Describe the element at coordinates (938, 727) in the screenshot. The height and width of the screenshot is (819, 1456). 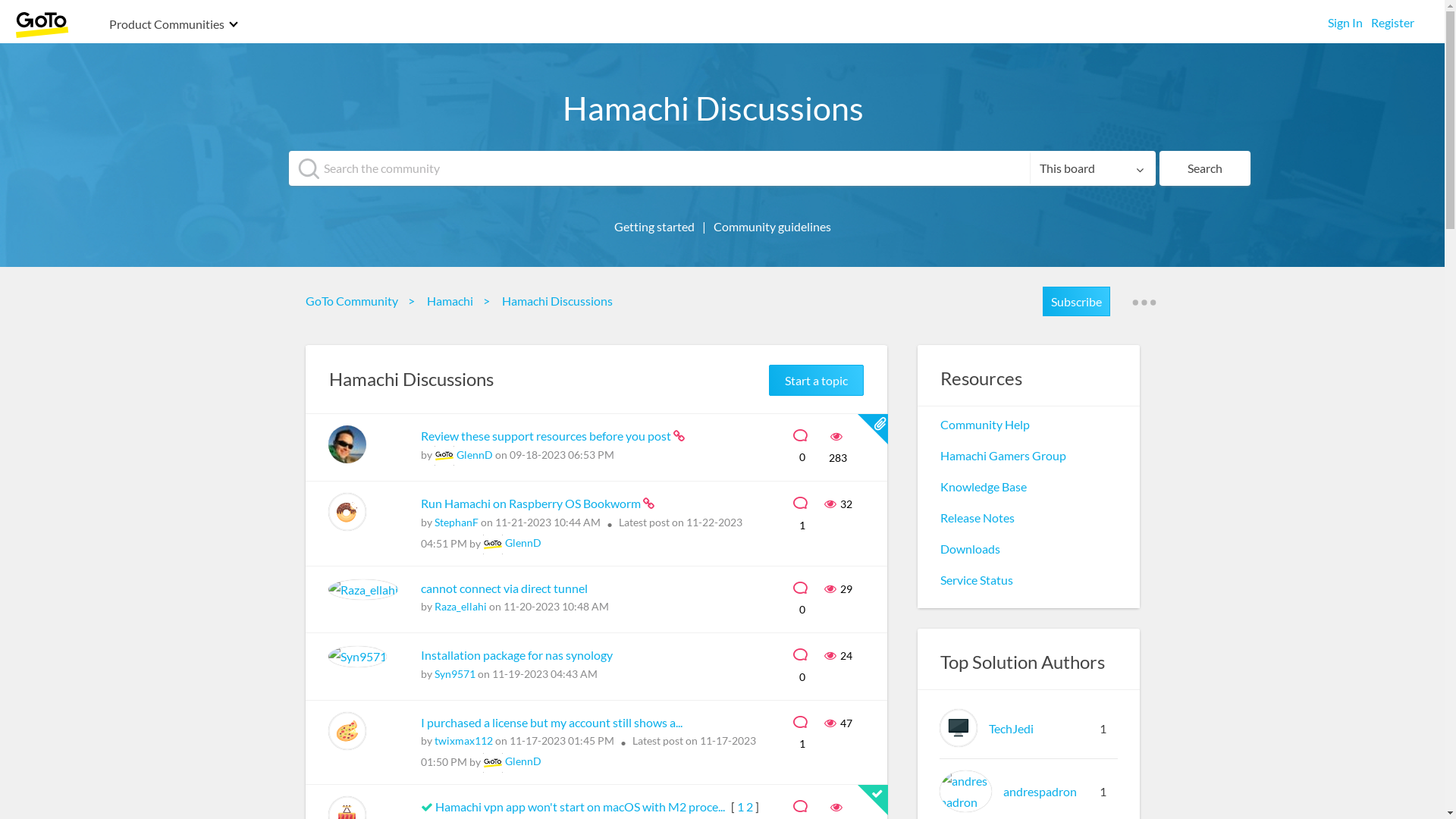
I see `'TechJedi'` at that location.